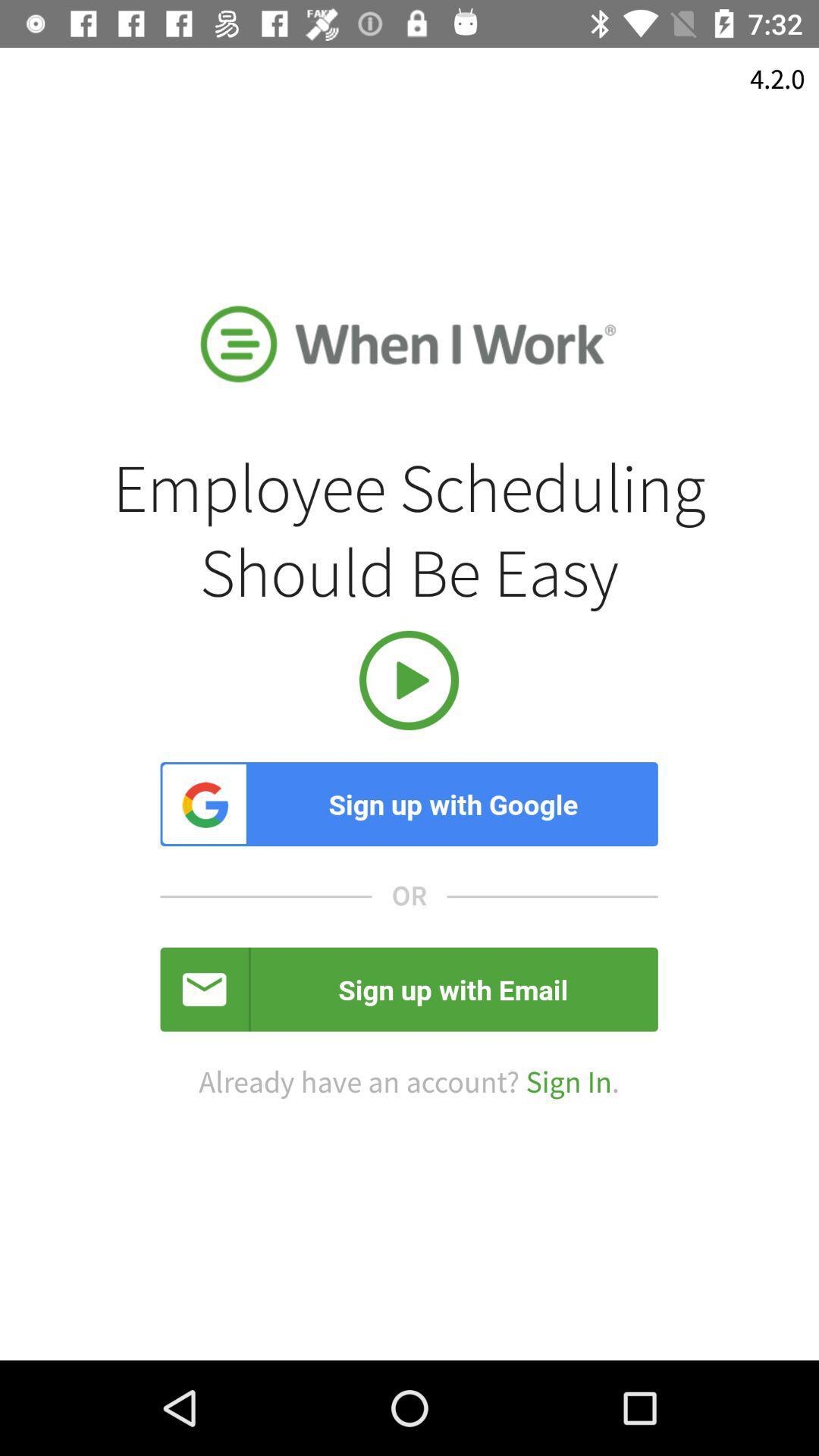 This screenshot has width=819, height=1456. I want to click on the icon at the top right corner, so click(777, 79).